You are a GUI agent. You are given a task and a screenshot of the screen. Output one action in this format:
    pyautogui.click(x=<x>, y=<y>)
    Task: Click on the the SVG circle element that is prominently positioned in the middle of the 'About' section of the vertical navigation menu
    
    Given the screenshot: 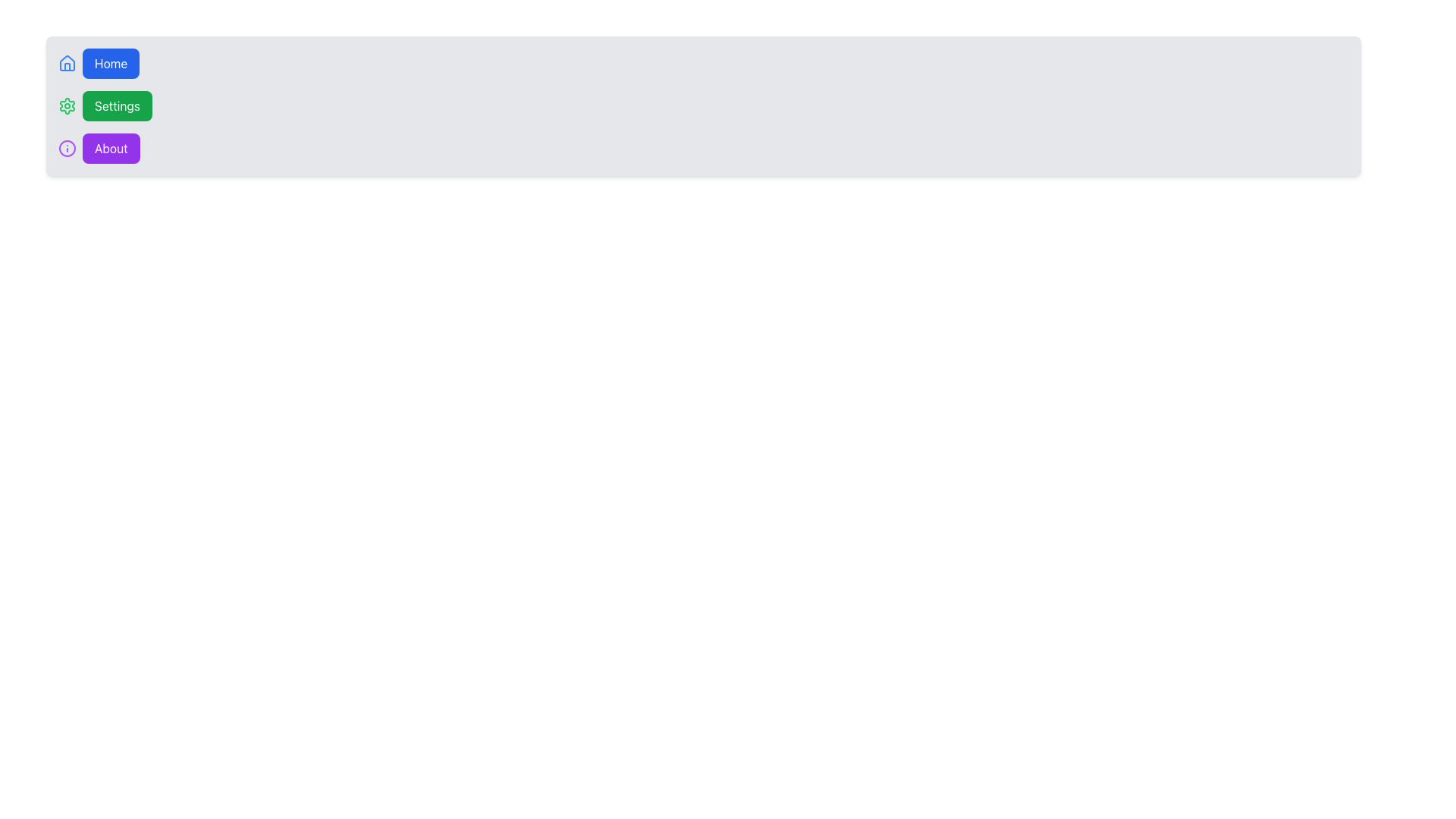 What is the action you would take?
    pyautogui.click(x=67, y=149)
    